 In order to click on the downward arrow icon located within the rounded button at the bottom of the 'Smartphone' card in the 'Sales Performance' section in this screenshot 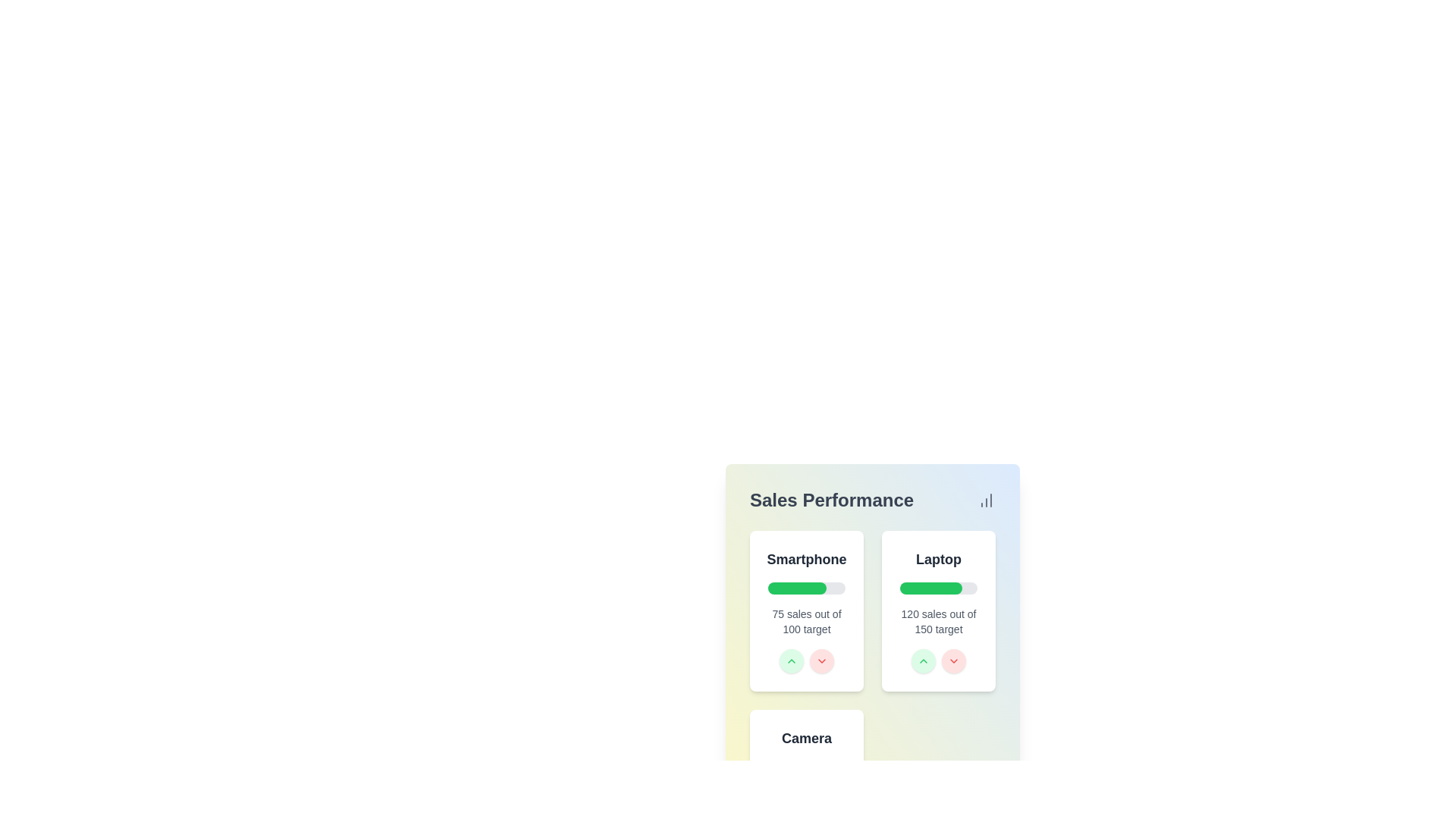, I will do `click(821, 660)`.